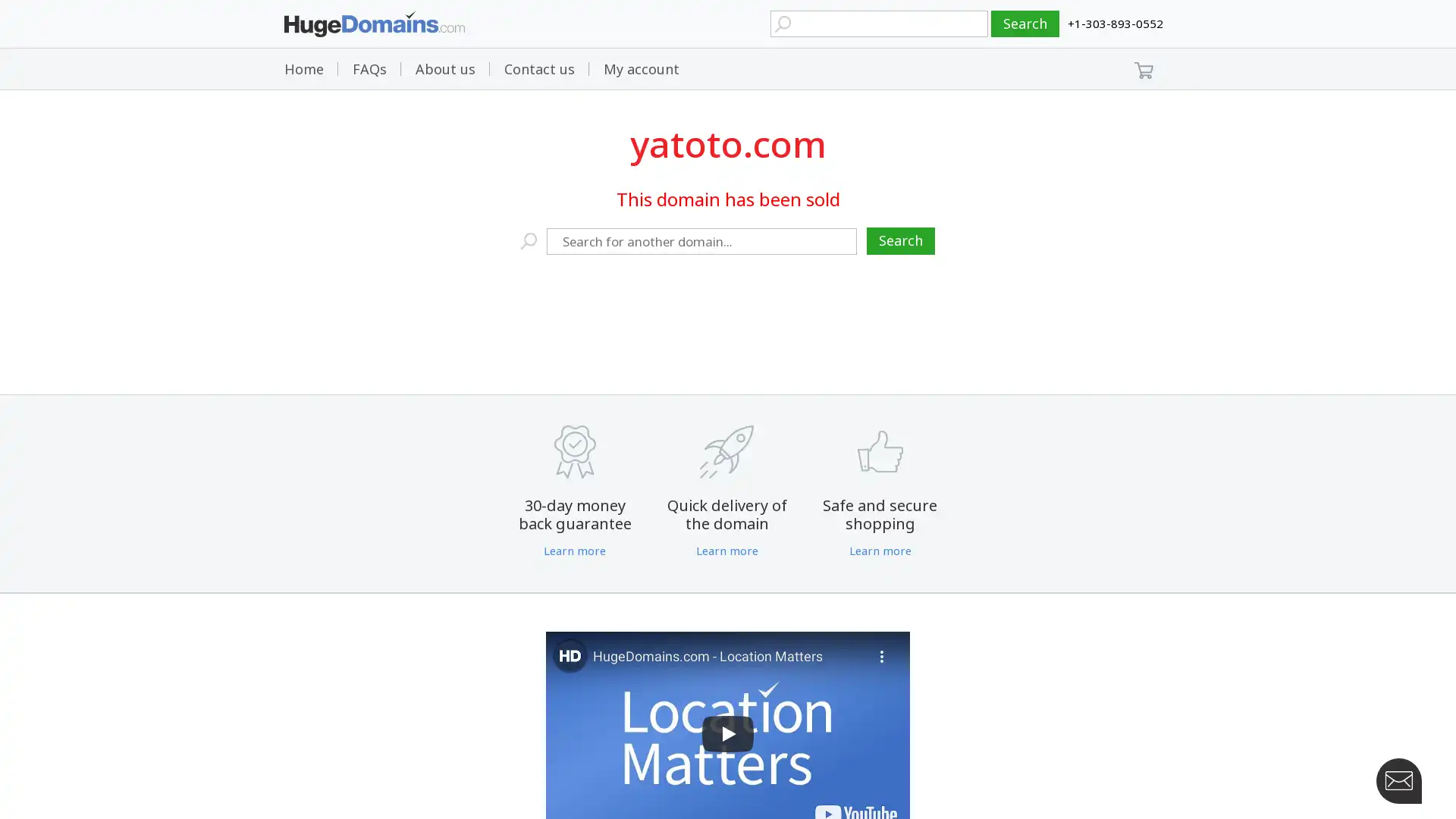 This screenshot has height=819, width=1456. Describe the element at coordinates (1025, 24) in the screenshot. I see `Search` at that location.